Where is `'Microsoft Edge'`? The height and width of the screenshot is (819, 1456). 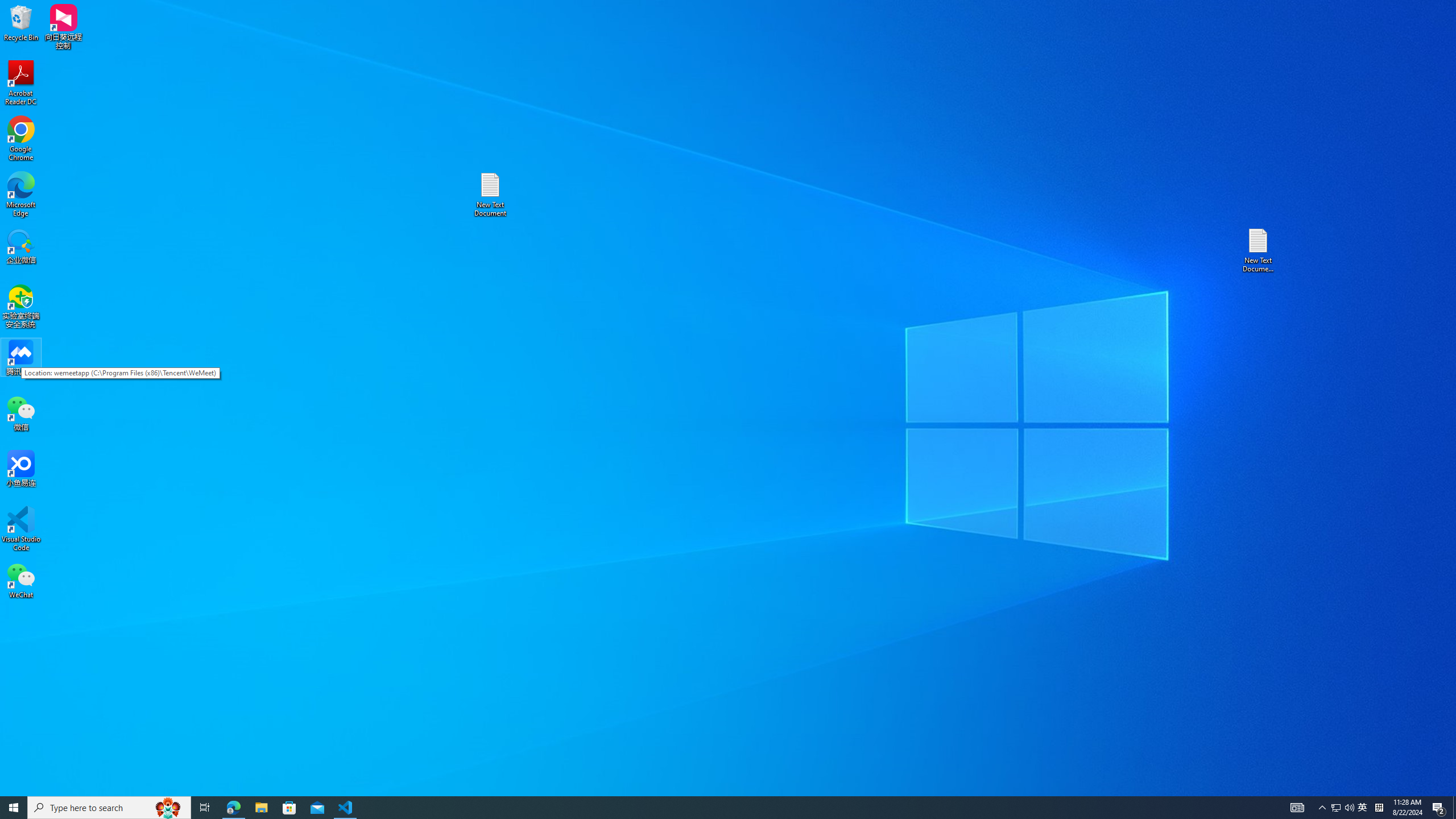
'Microsoft Edge' is located at coordinates (20, 194).